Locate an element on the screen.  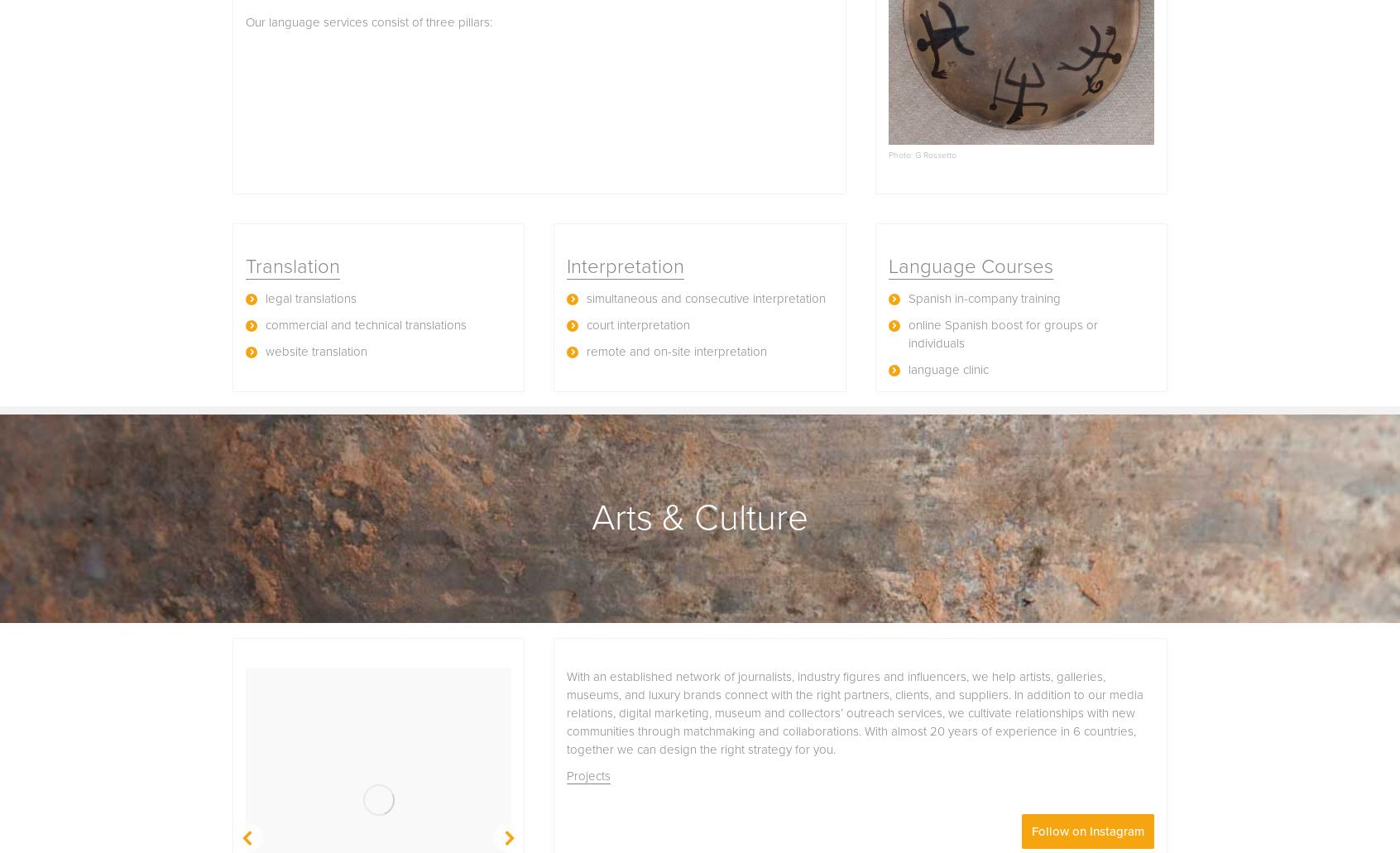
'commercial and technical translations' is located at coordinates (264, 323).